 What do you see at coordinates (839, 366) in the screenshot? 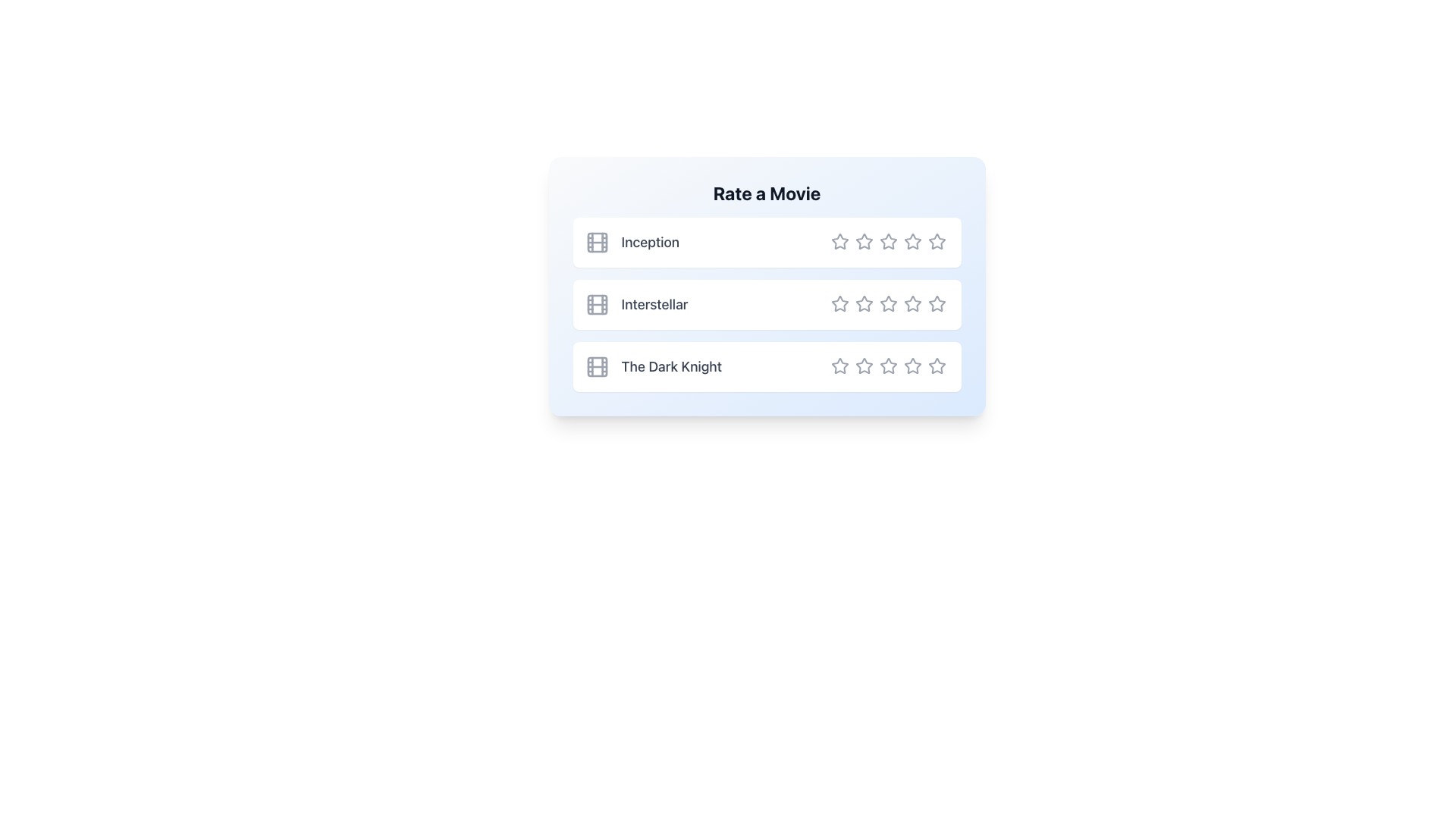
I see `keyboard navigation` at bounding box center [839, 366].